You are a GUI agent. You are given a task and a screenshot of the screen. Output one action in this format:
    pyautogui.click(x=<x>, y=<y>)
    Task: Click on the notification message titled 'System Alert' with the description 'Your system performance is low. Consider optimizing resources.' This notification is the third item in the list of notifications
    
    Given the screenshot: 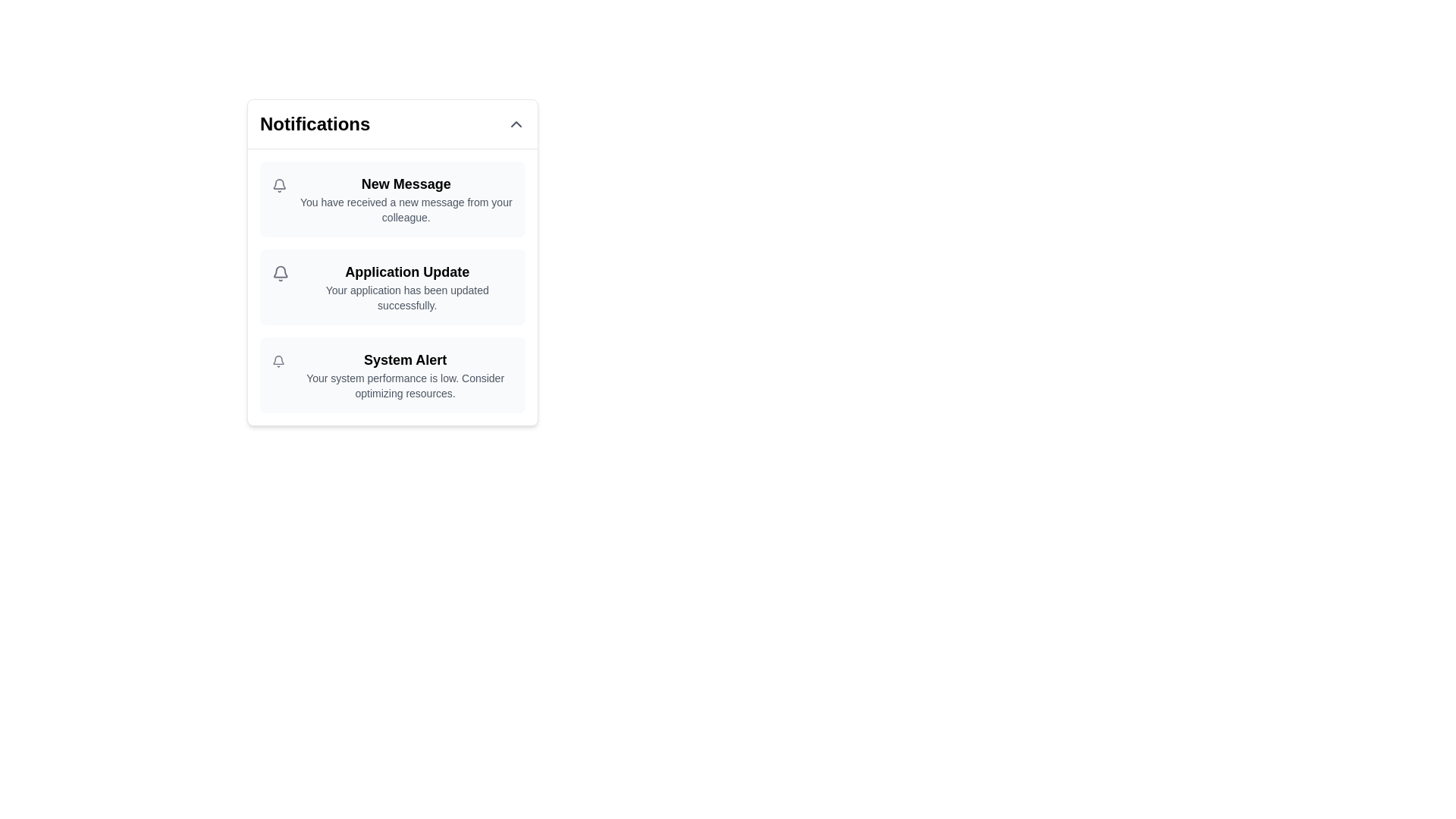 What is the action you would take?
    pyautogui.click(x=405, y=375)
    